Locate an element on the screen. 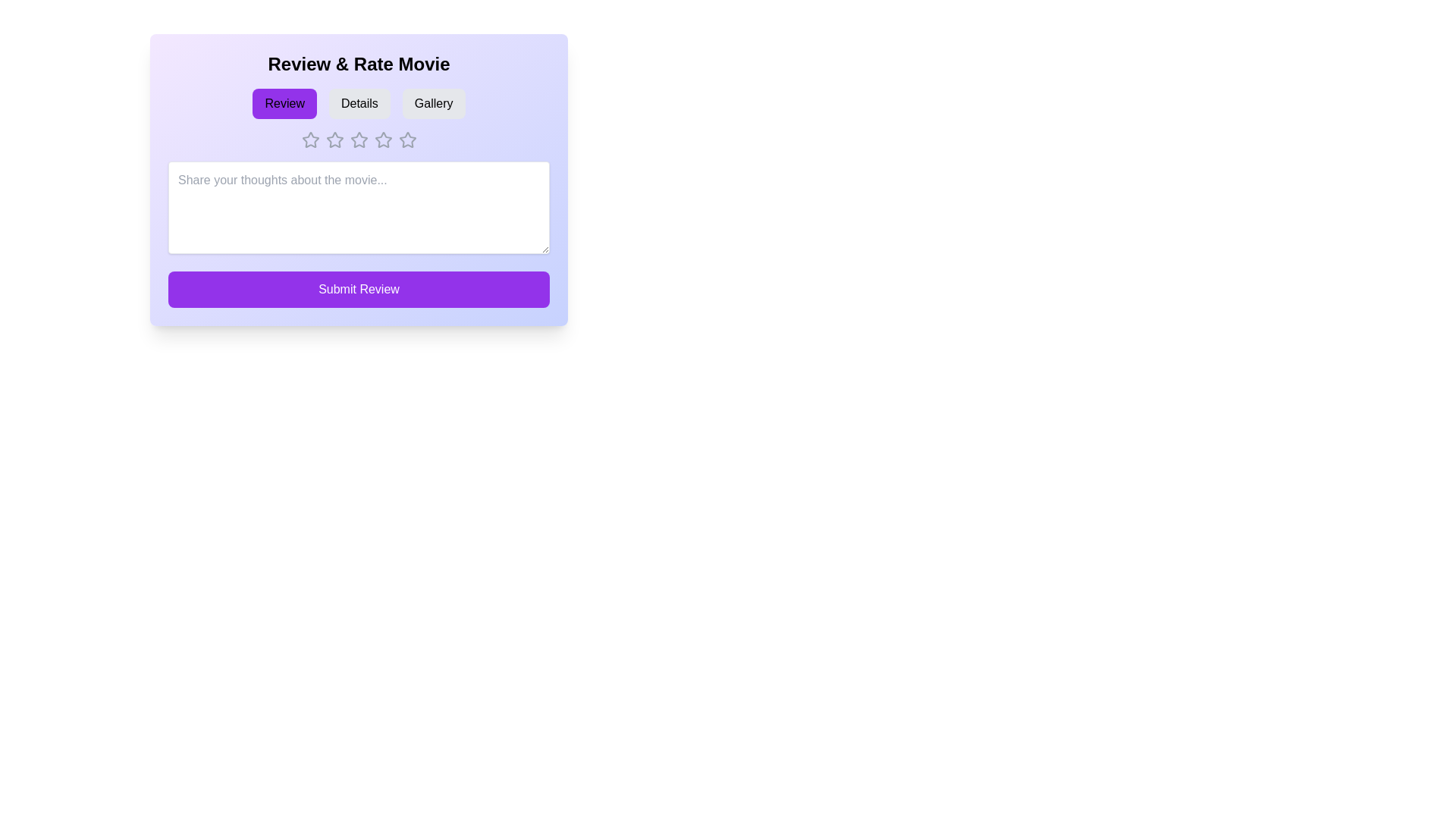  the Gallery tab is located at coordinates (433, 103).